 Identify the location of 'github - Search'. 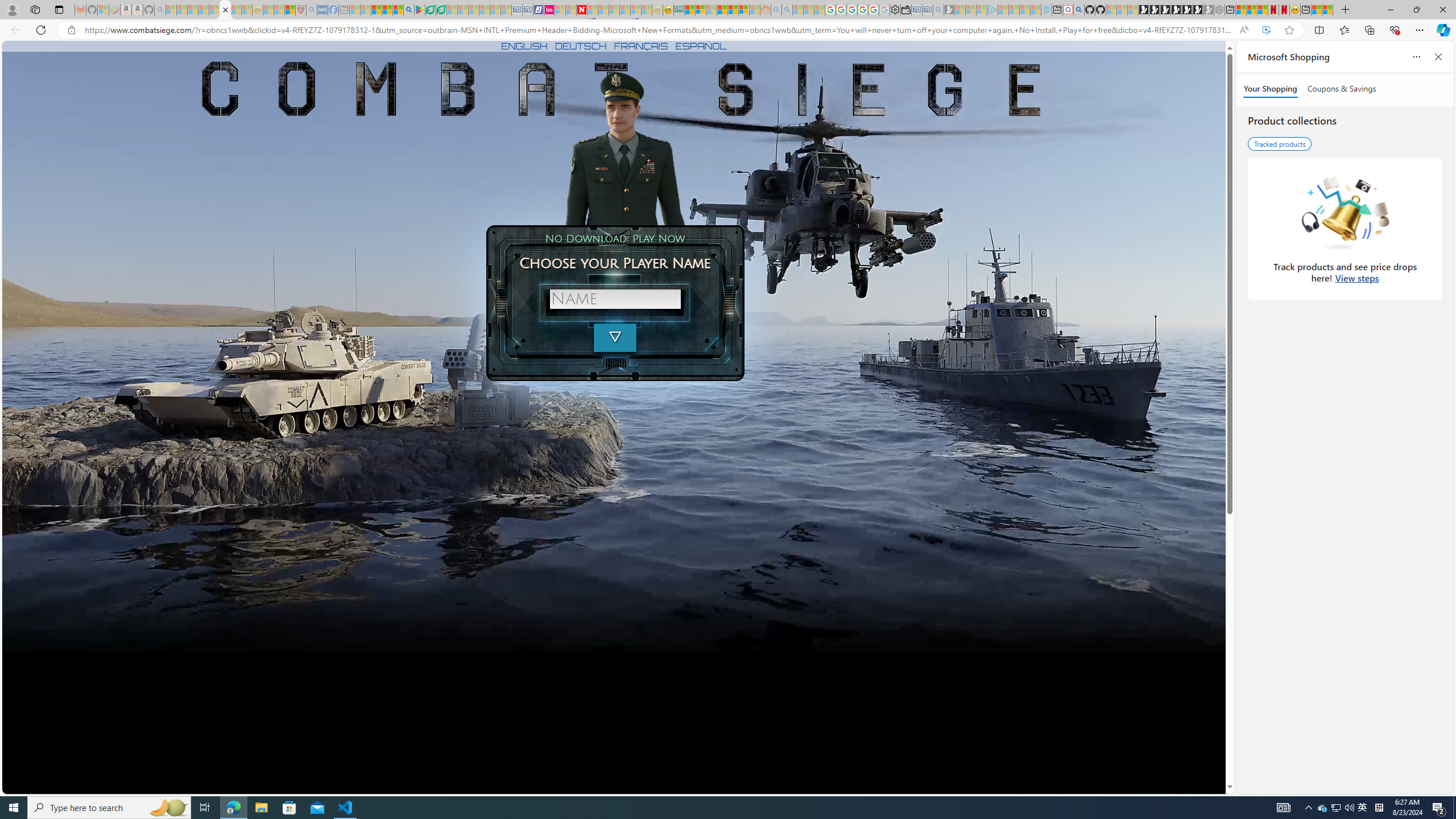
(1078, 9).